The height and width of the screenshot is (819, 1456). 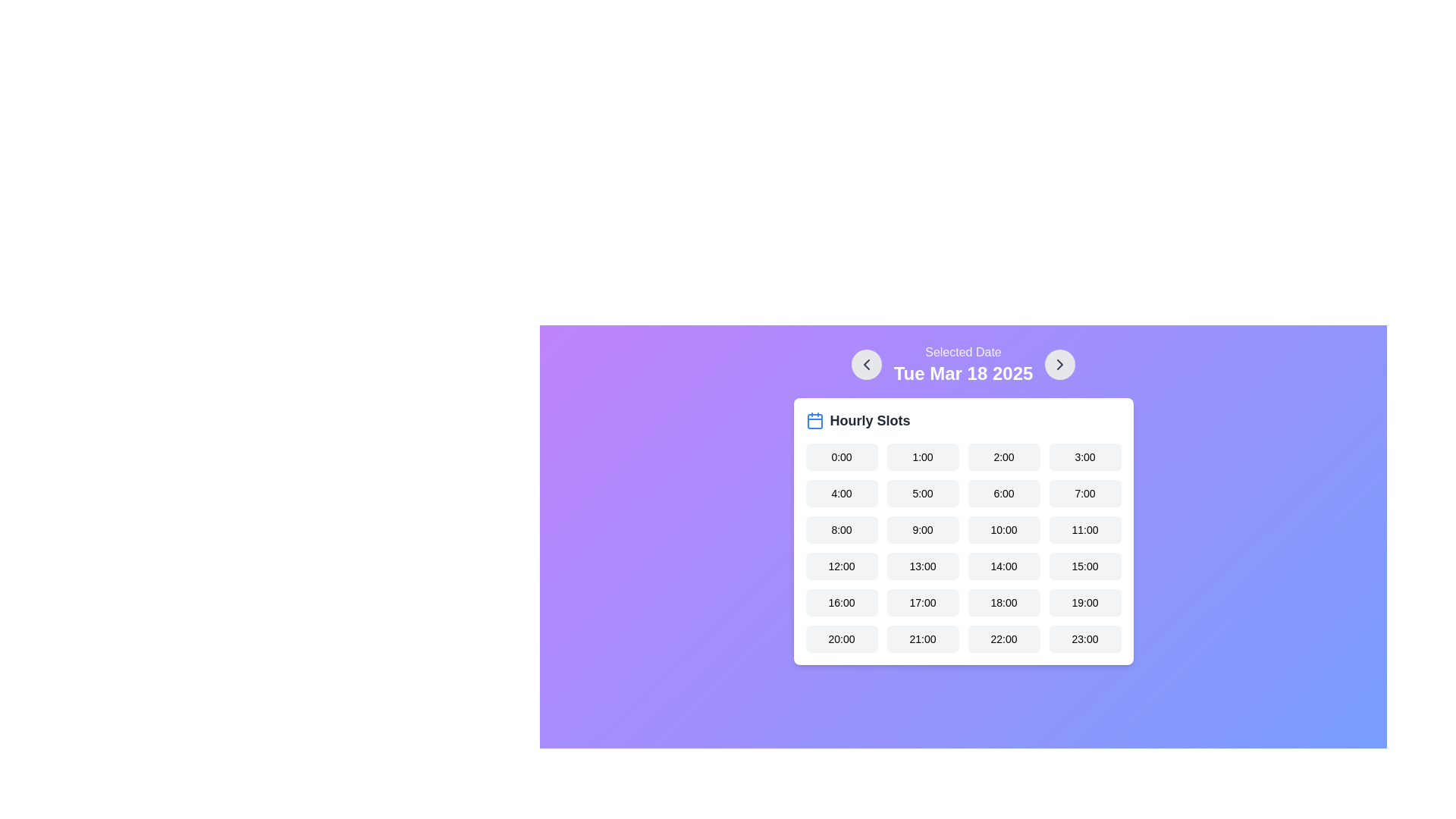 What do you see at coordinates (962, 365) in the screenshot?
I see `the right arrow in the date navigation header` at bounding box center [962, 365].